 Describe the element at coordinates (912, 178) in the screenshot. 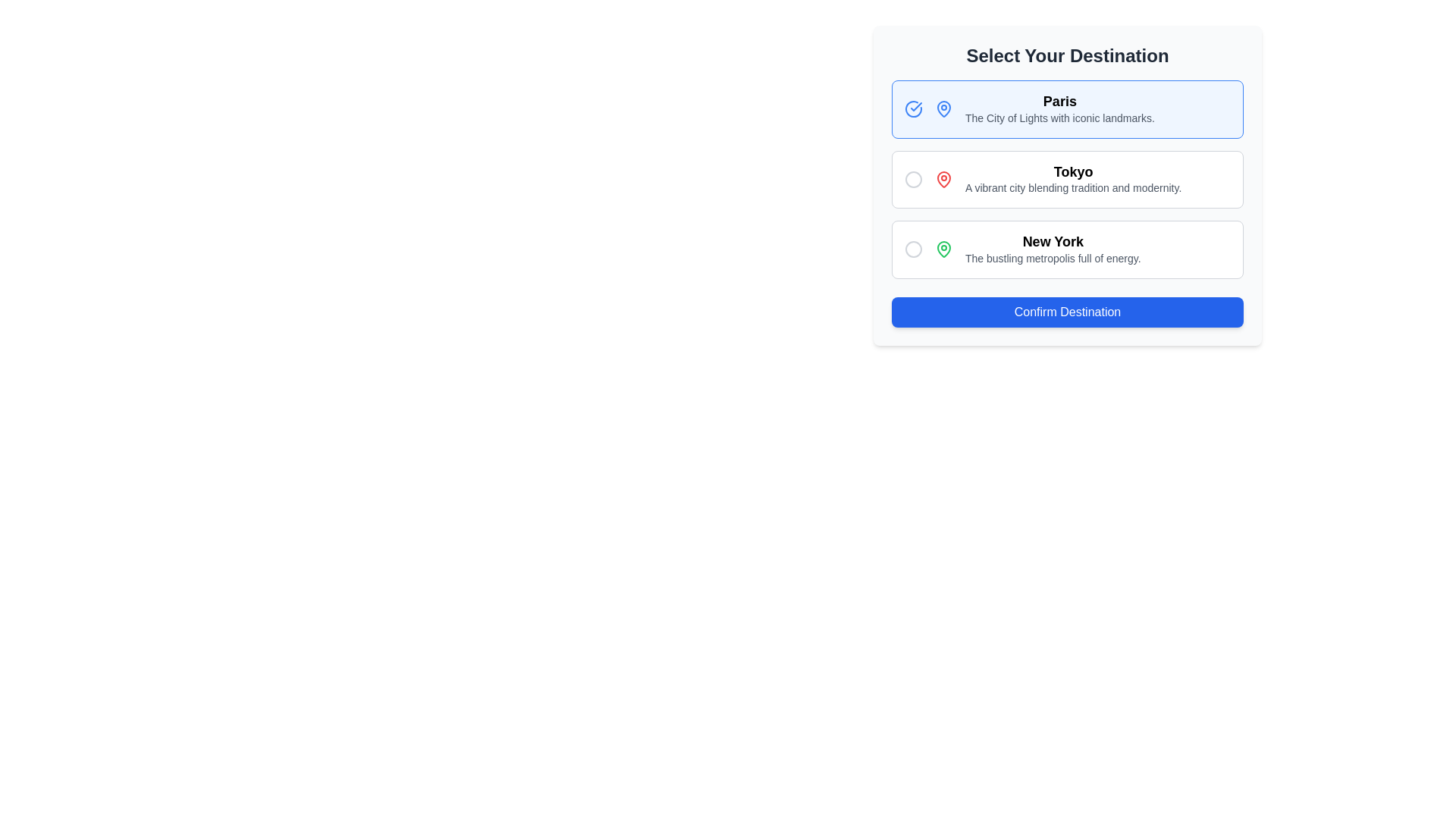

I see `the radio button located on the left side of the row containing the 'Tokyo' destination option` at that location.